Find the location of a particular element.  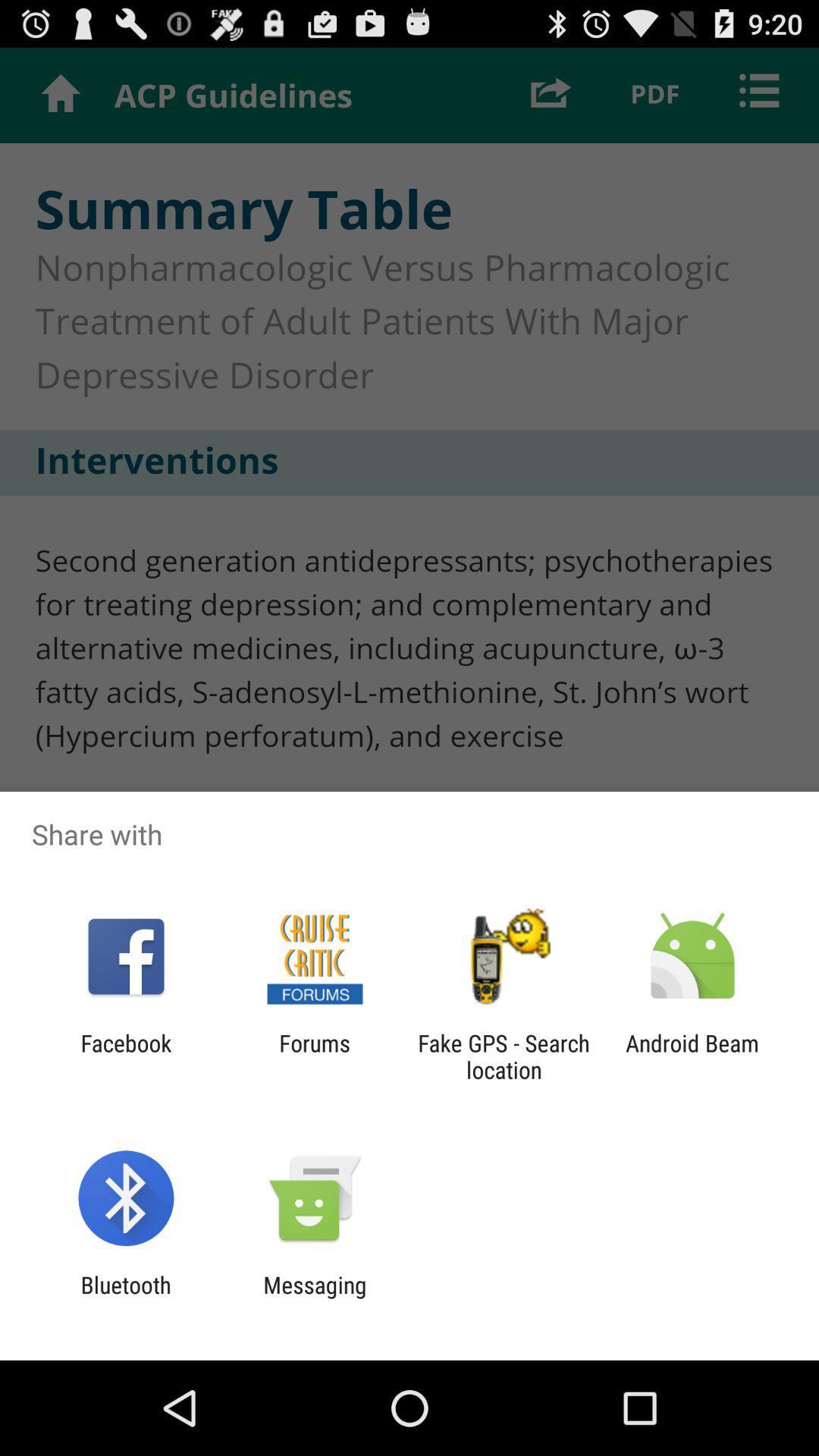

the android beam is located at coordinates (692, 1056).